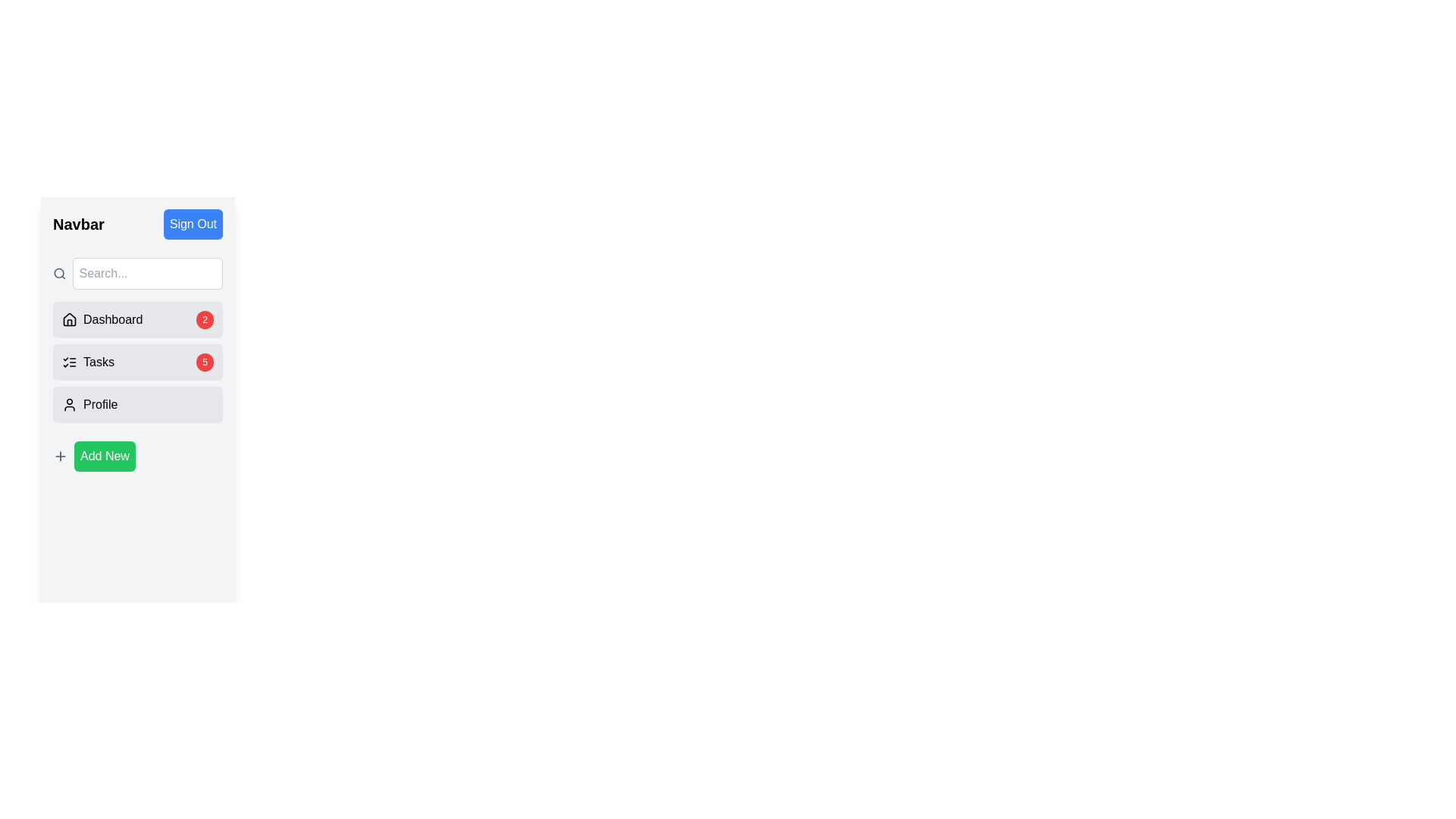  What do you see at coordinates (58, 271) in the screenshot?
I see `the circular component of the magnifying glass icon located in the top-left section of the sidebar under the 'Navbar' label` at bounding box center [58, 271].